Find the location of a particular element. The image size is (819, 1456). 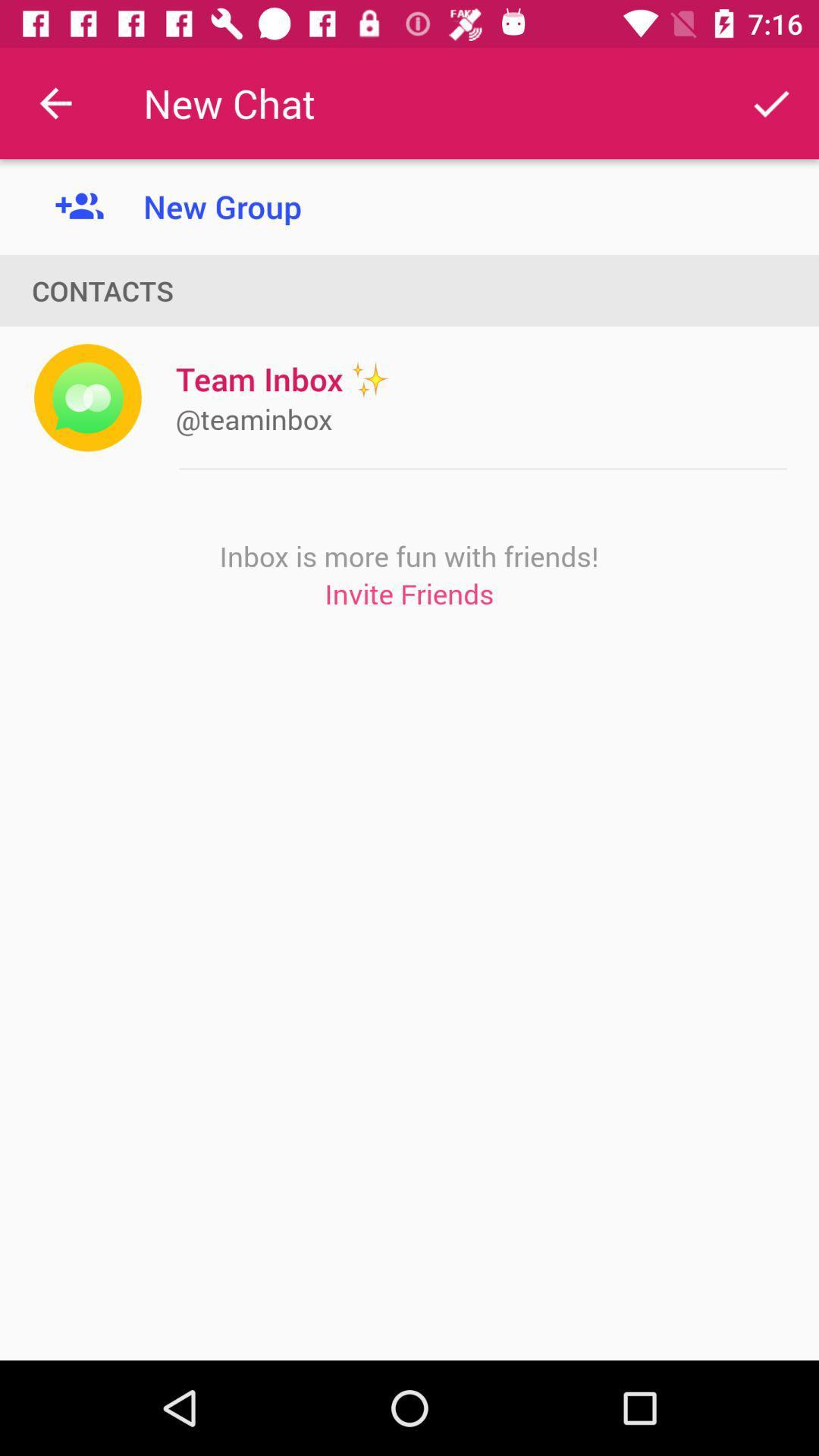

icon to the left of new group icon is located at coordinates (55, 102).